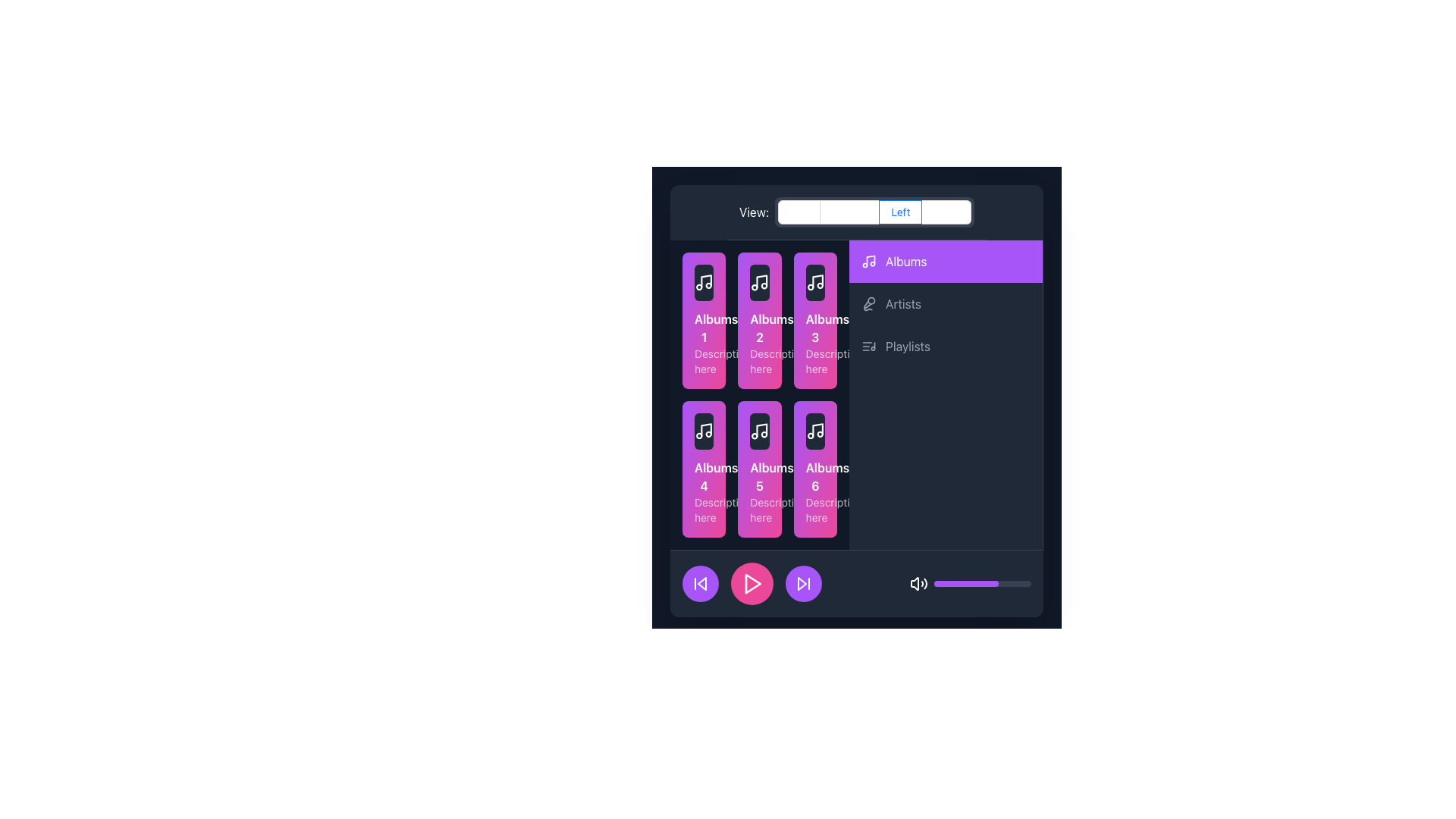 The image size is (1456, 819). I want to click on the navigation button located at the top of the vertical menu on the left side of the interface, so click(945, 260).